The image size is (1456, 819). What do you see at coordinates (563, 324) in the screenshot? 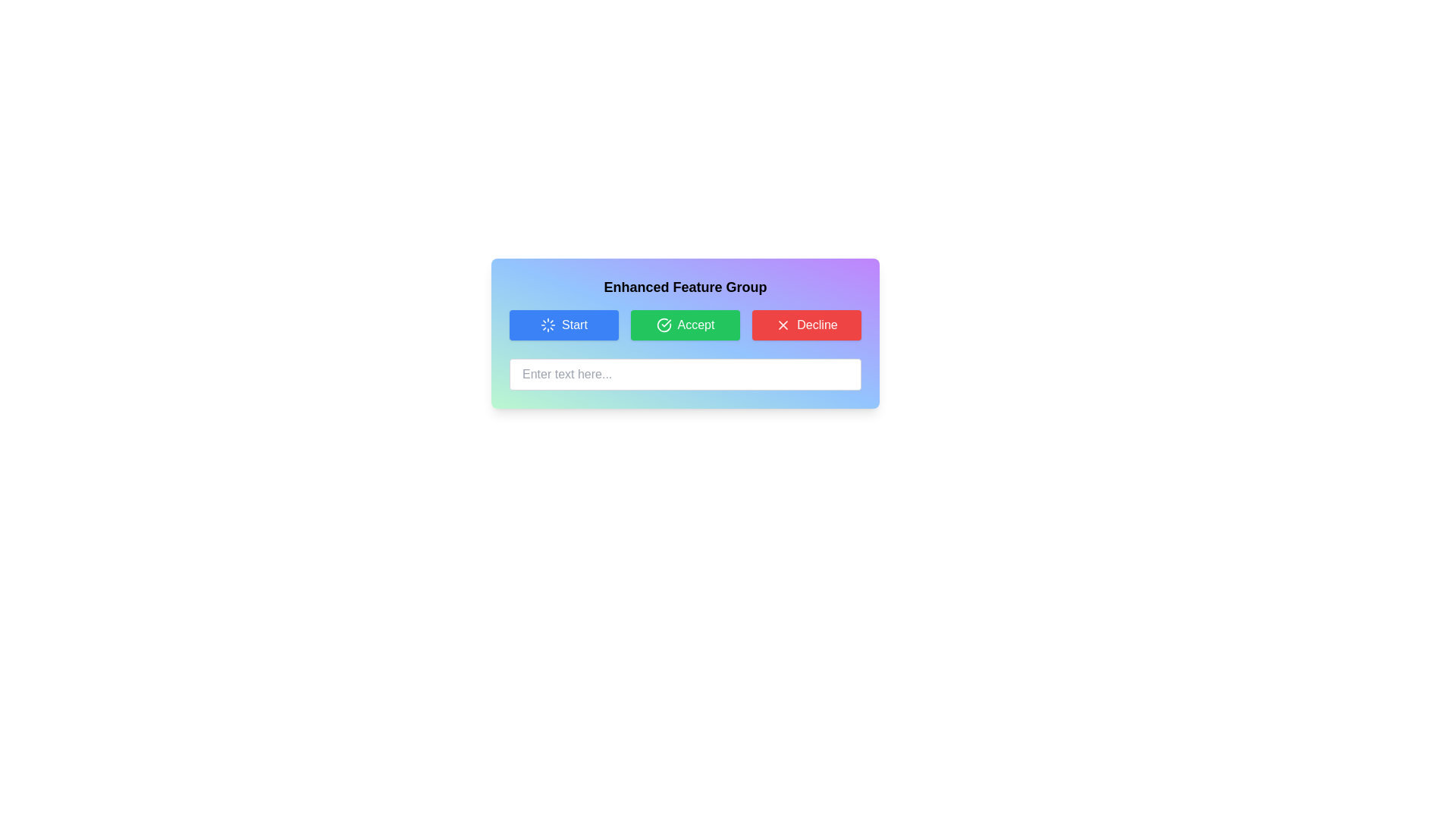
I see `the 'Start' button, which is the first button in a row of three buttons aligned horizontally at the top-left of the group` at bounding box center [563, 324].